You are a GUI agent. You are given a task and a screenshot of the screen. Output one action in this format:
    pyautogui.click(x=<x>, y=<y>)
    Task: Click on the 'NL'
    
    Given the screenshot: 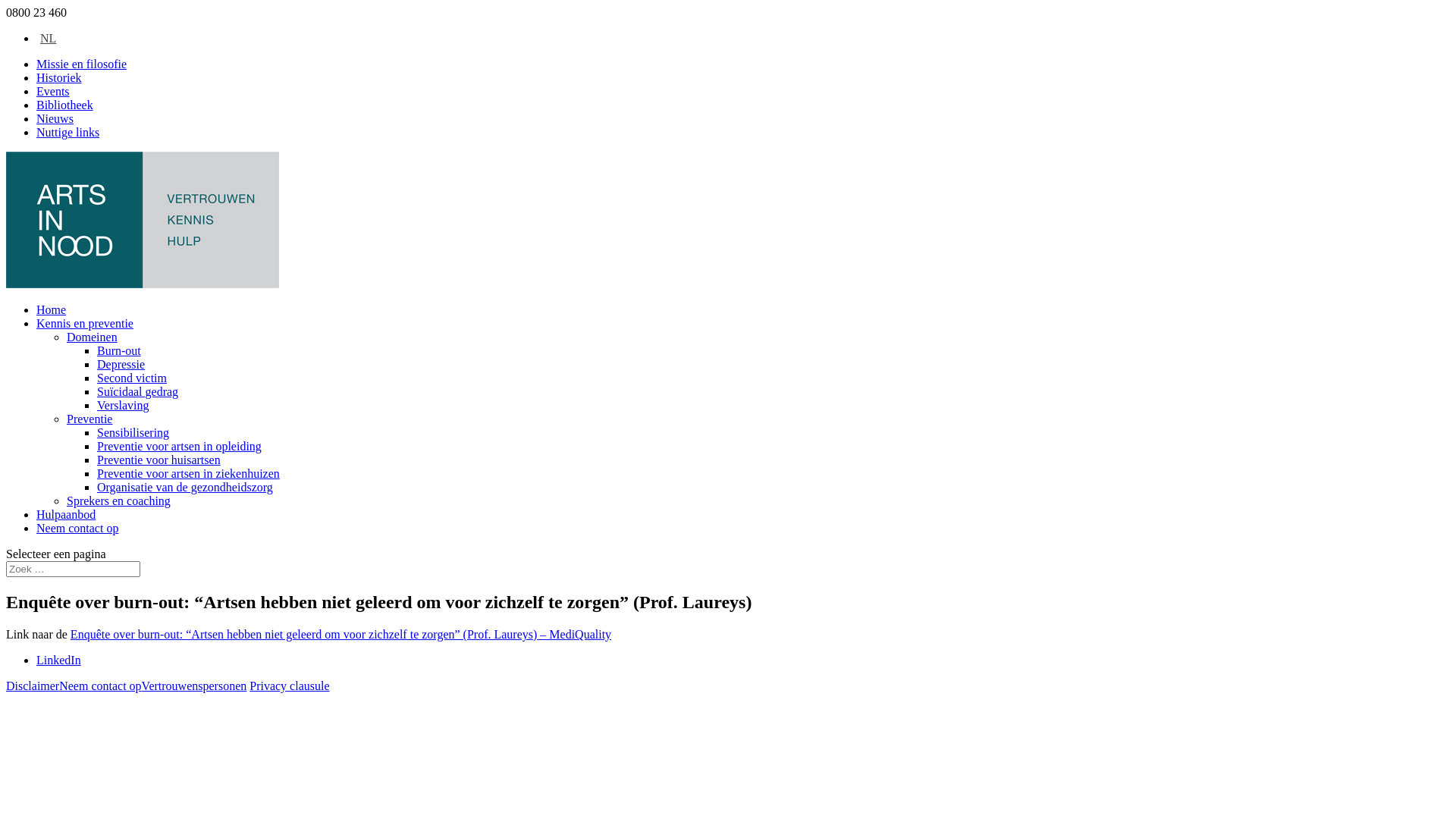 What is the action you would take?
    pyautogui.click(x=46, y=37)
    